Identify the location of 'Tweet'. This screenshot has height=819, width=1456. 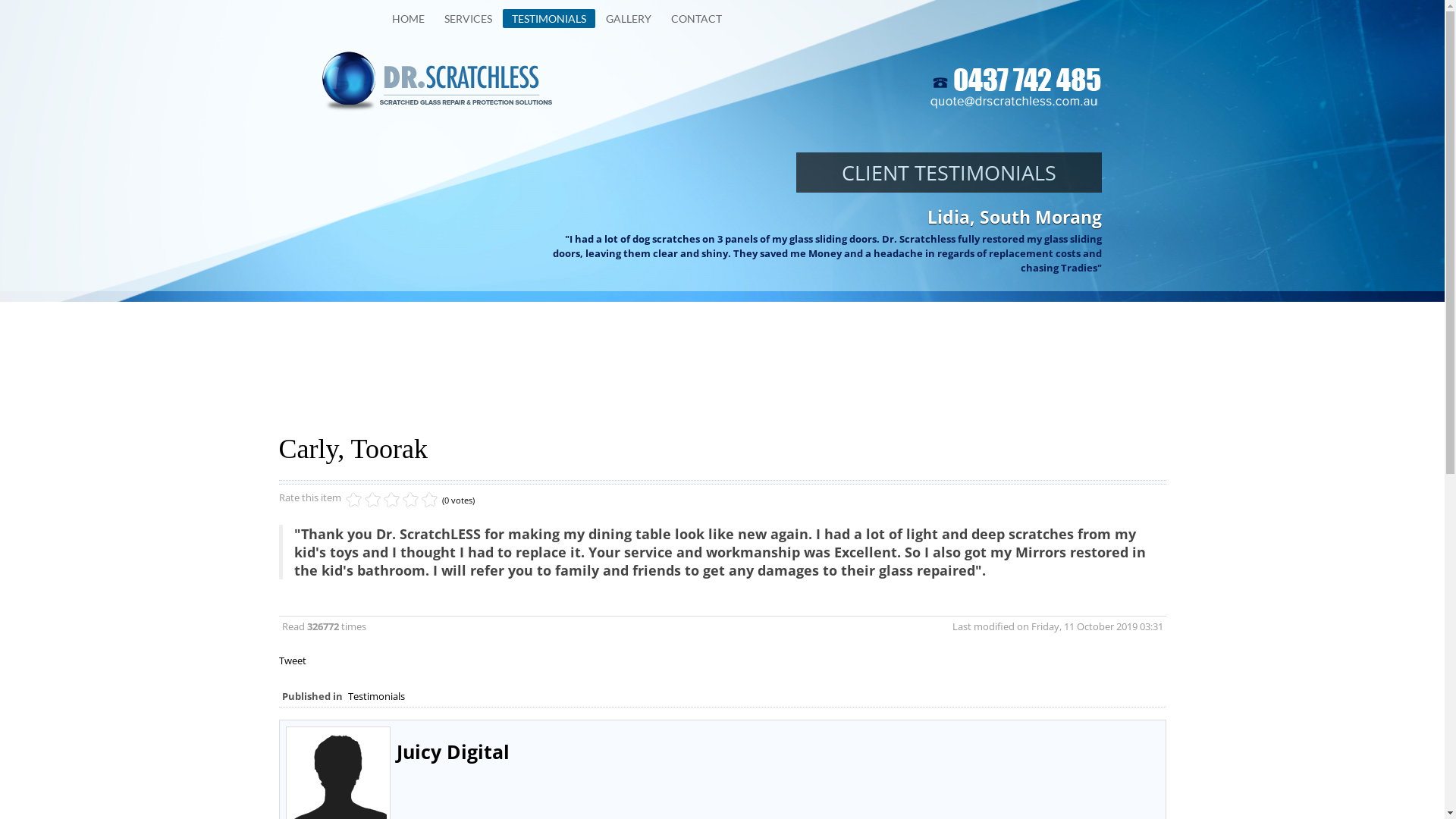
(279, 660).